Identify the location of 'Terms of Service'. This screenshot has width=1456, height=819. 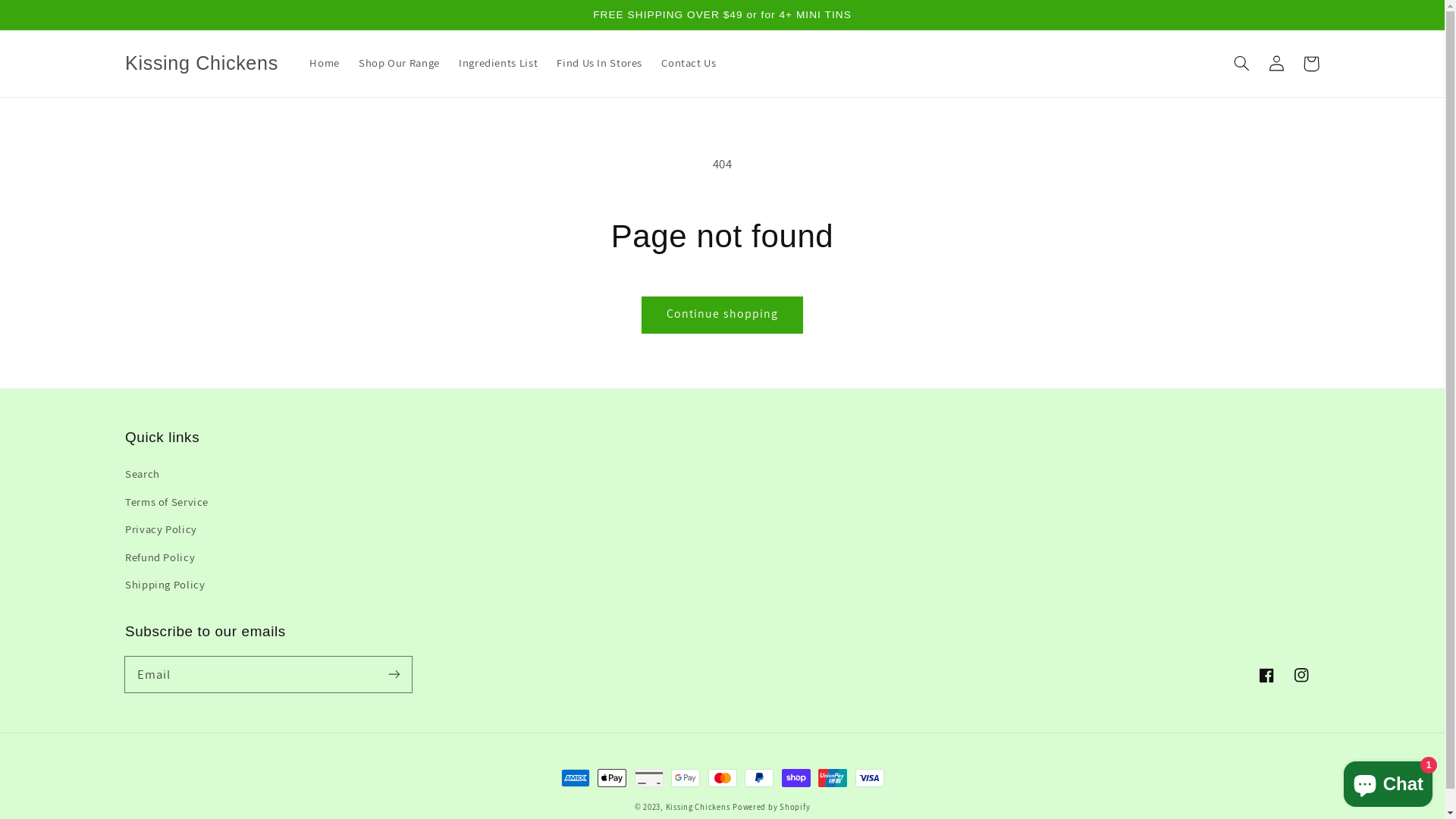
(167, 502).